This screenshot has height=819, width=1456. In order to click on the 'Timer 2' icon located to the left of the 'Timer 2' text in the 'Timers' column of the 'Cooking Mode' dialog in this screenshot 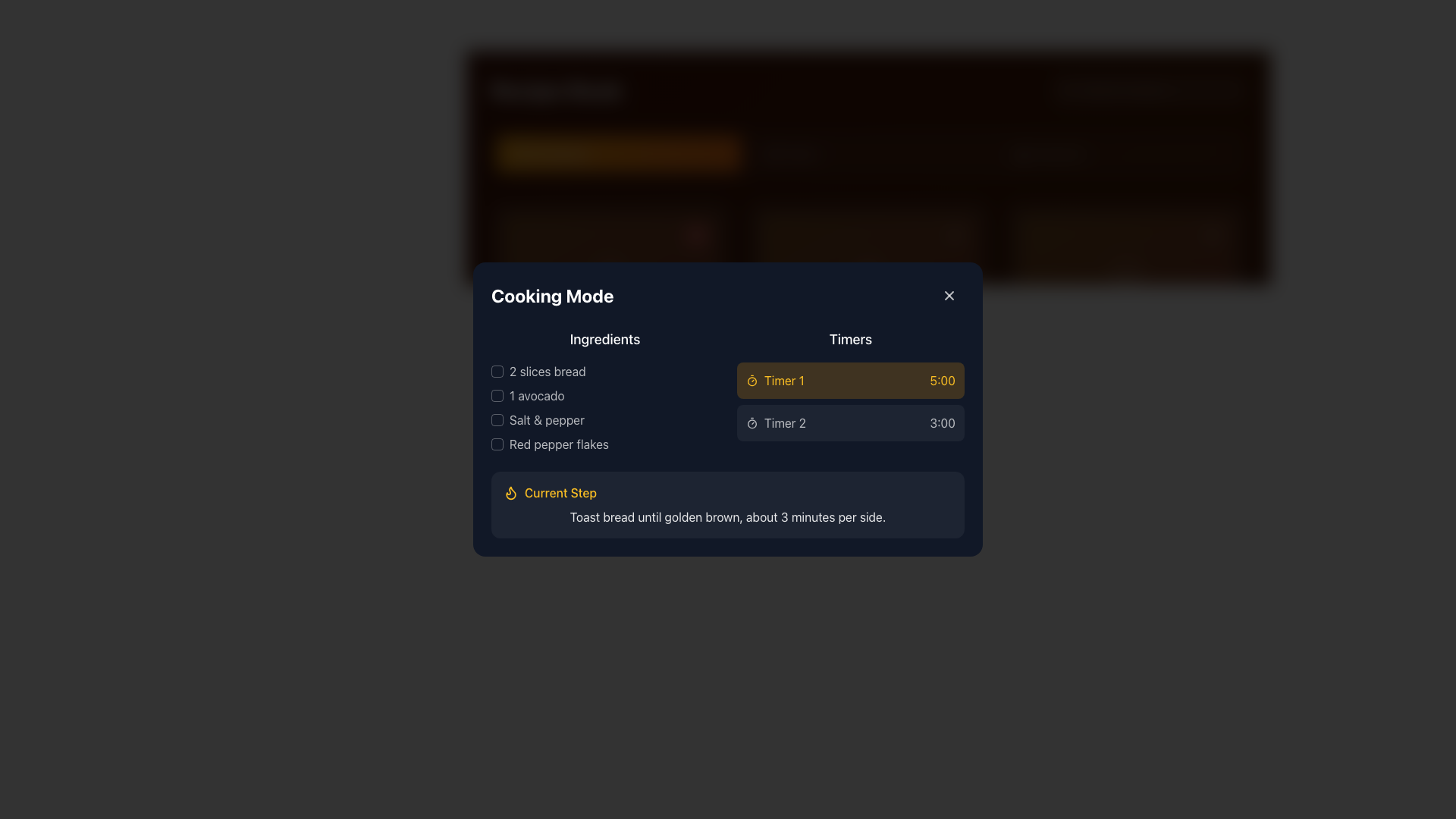, I will do `click(752, 423)`.